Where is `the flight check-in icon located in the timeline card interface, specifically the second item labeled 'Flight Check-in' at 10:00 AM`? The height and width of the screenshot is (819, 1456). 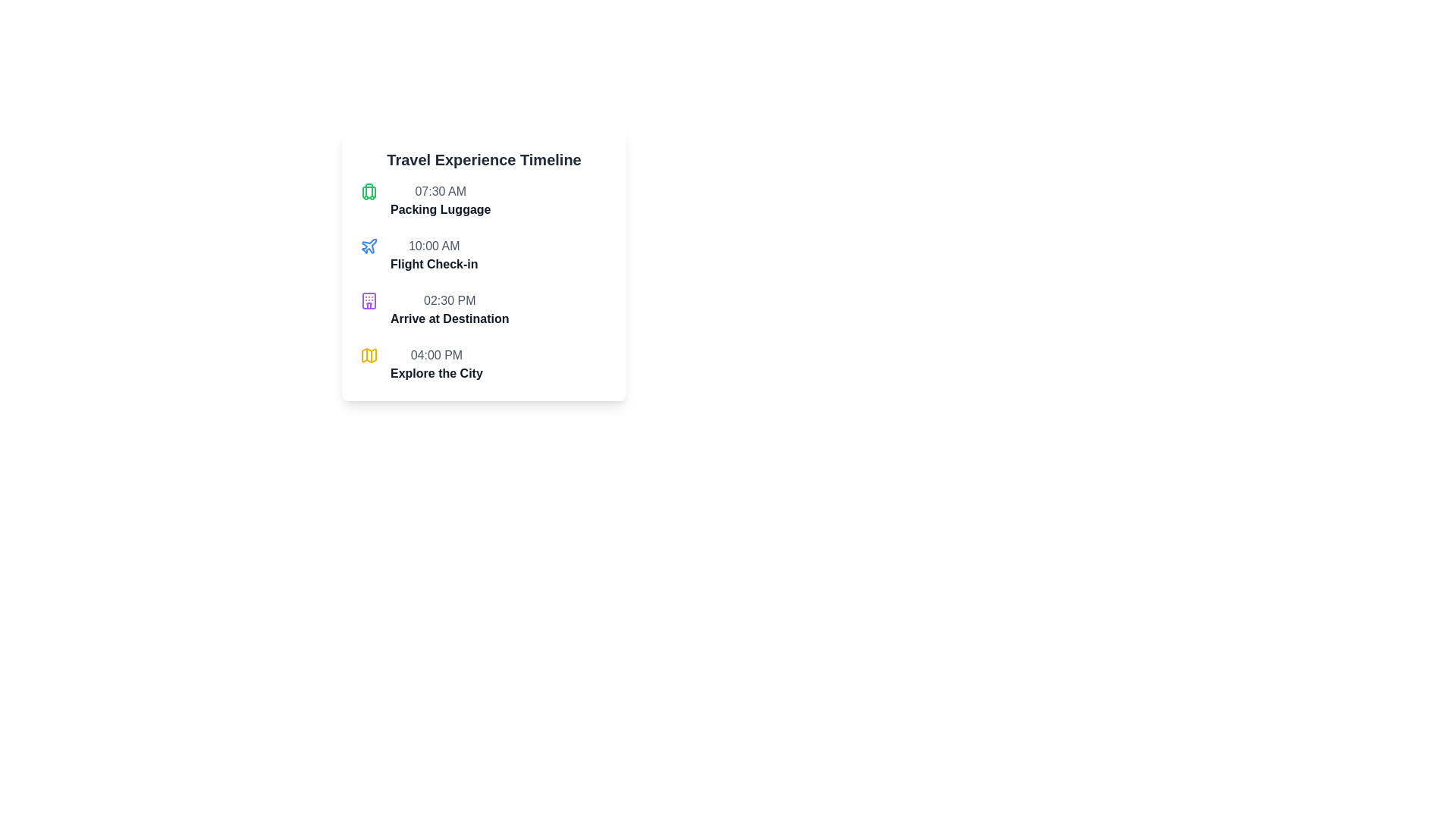
the flight check-in icon located in the timeline card interface, specifically the second item labeled 'Flight Check-in' at 10:00 AM is located at coordinates (369, 245).